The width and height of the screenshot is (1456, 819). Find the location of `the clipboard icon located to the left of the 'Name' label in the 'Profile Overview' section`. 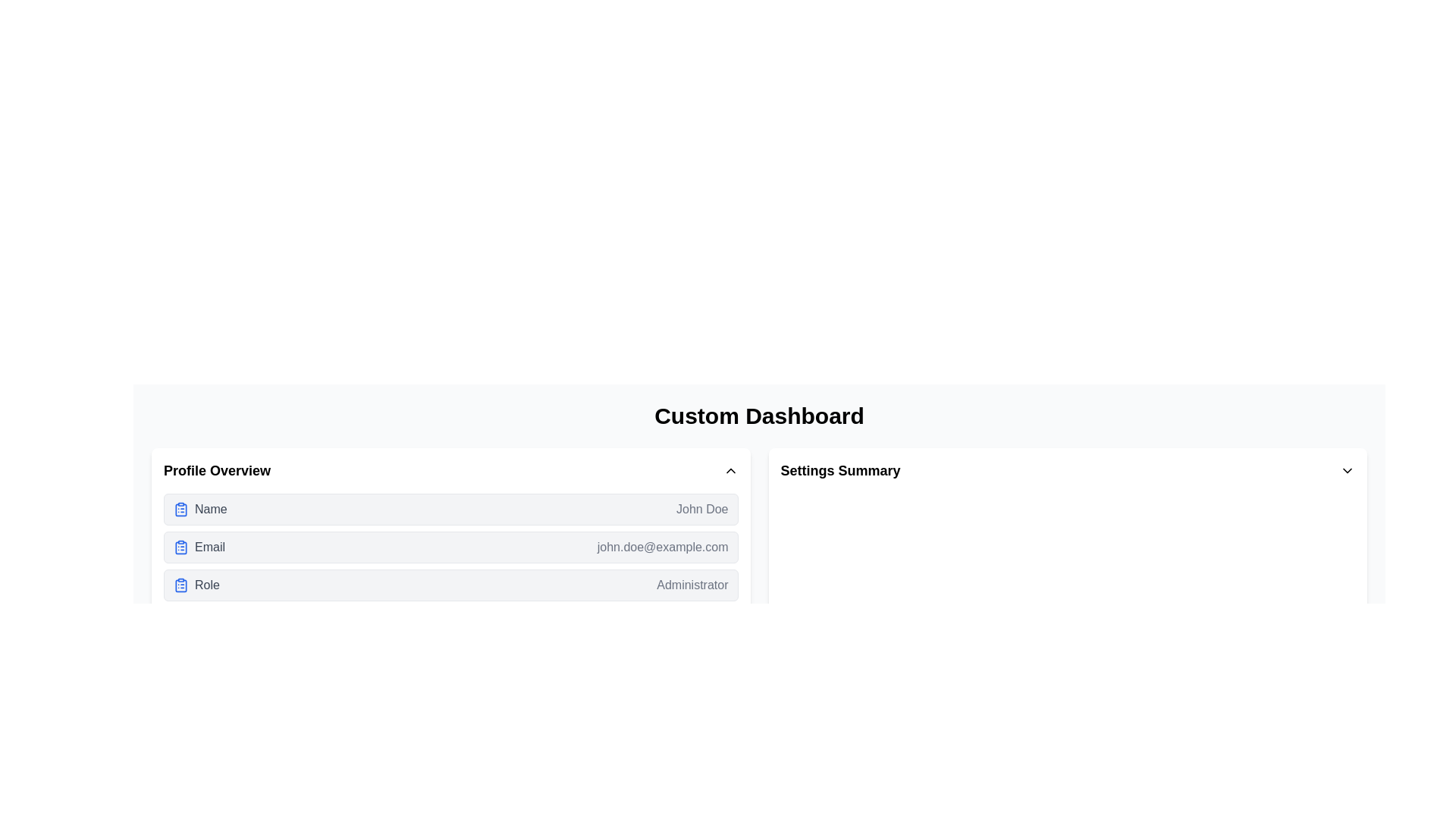

the clipboard icon located to the left of the 'Name' label in the 'Profile Overview' section is located at coordinates (181, 509).